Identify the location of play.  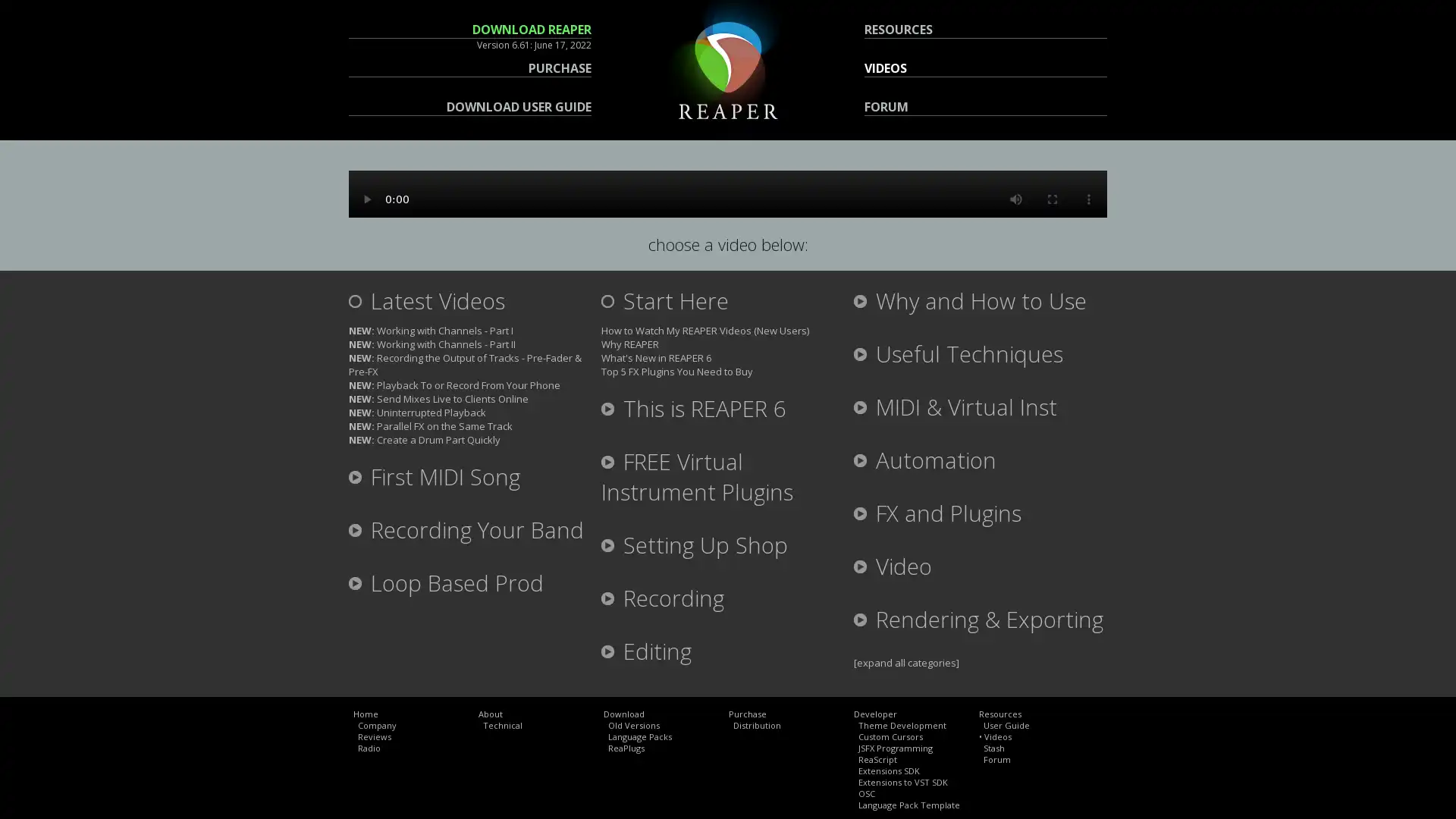
(367, 198).